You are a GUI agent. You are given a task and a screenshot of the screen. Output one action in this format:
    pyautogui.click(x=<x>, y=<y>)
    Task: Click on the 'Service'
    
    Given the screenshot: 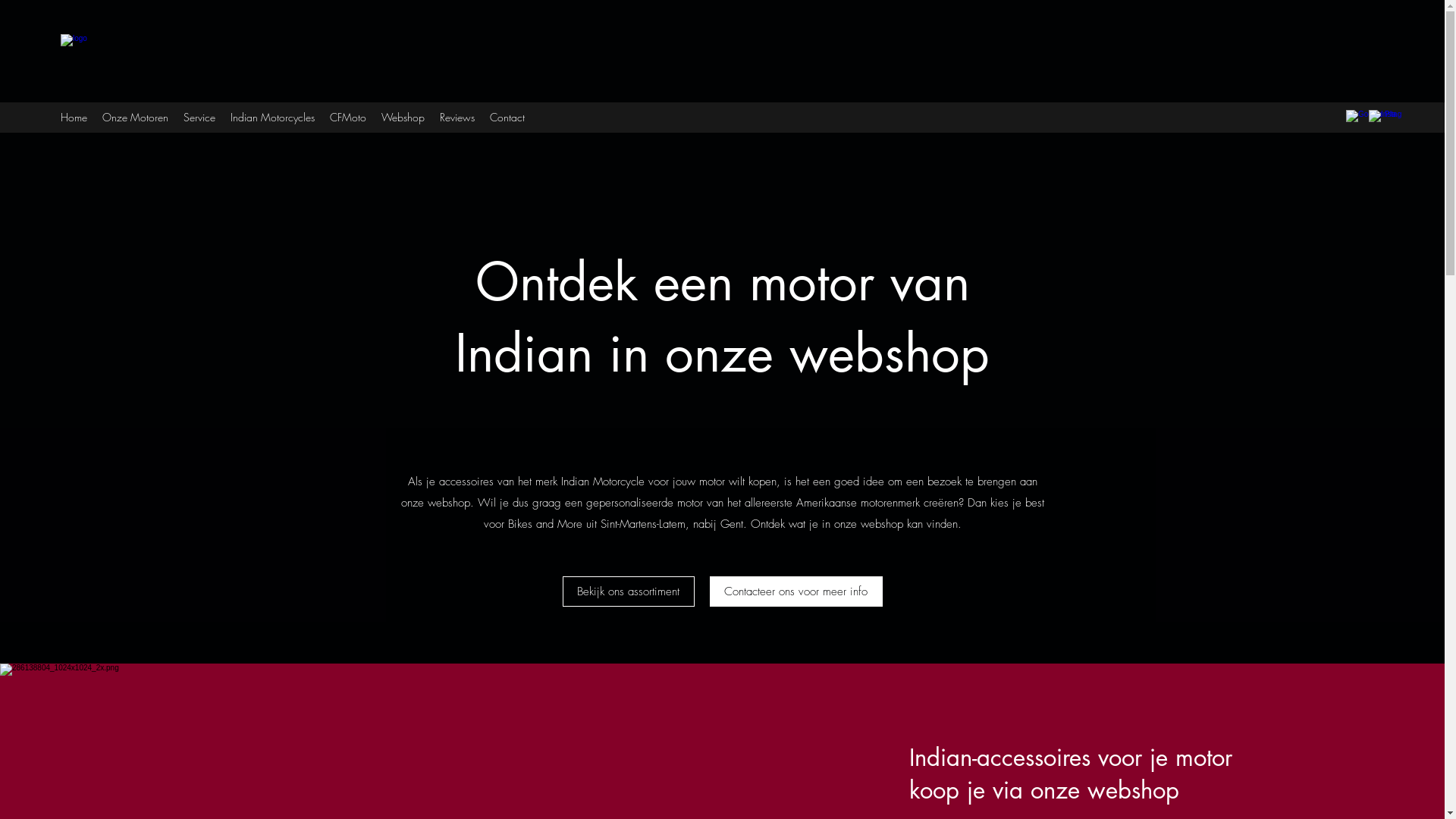 What is the action you would take?
    pyautogui.click(x=199, y=116)
    